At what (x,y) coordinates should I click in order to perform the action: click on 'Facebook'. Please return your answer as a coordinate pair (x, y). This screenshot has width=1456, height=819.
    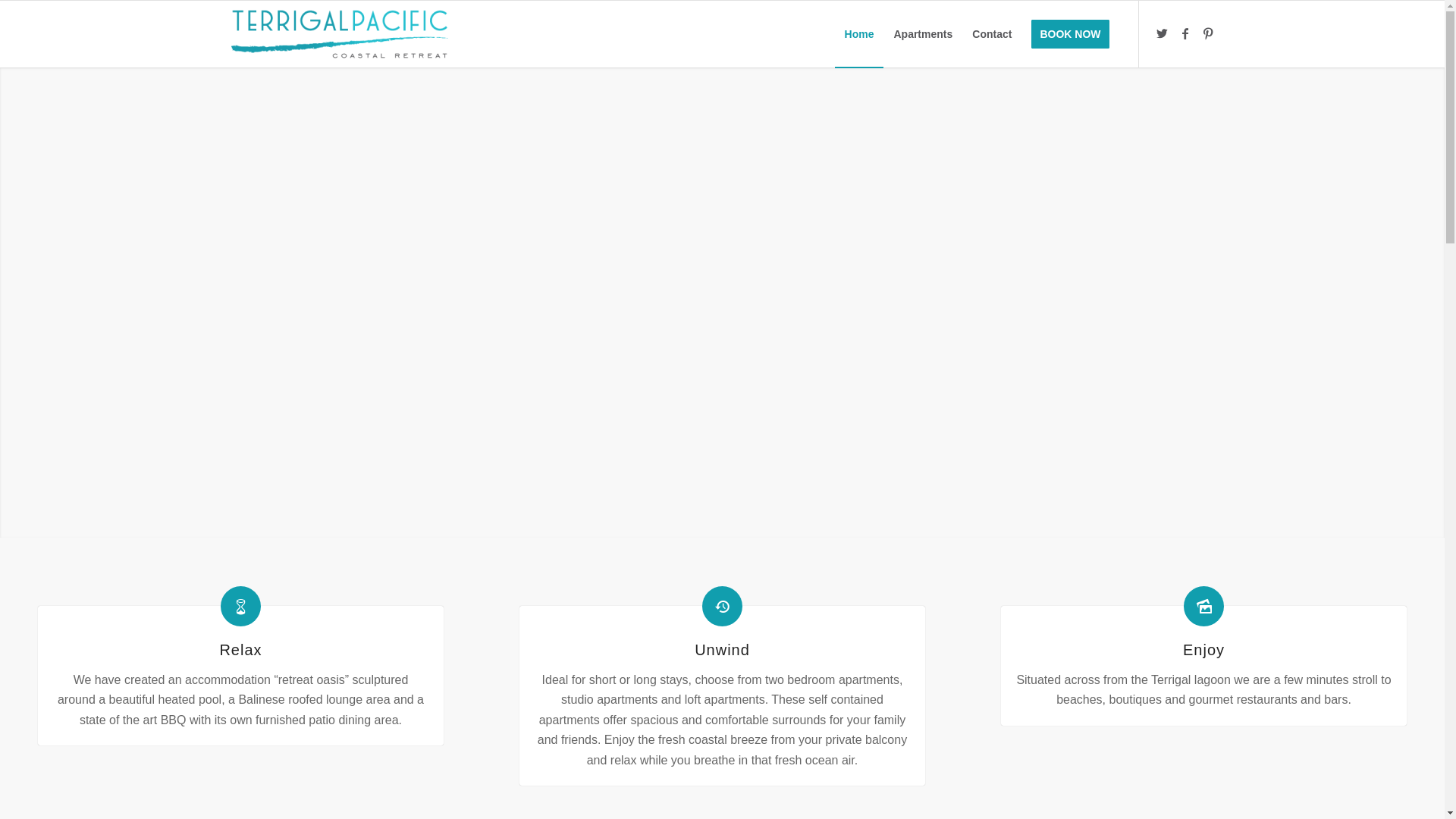
    Looking at the image, I should click on (1185, 33).